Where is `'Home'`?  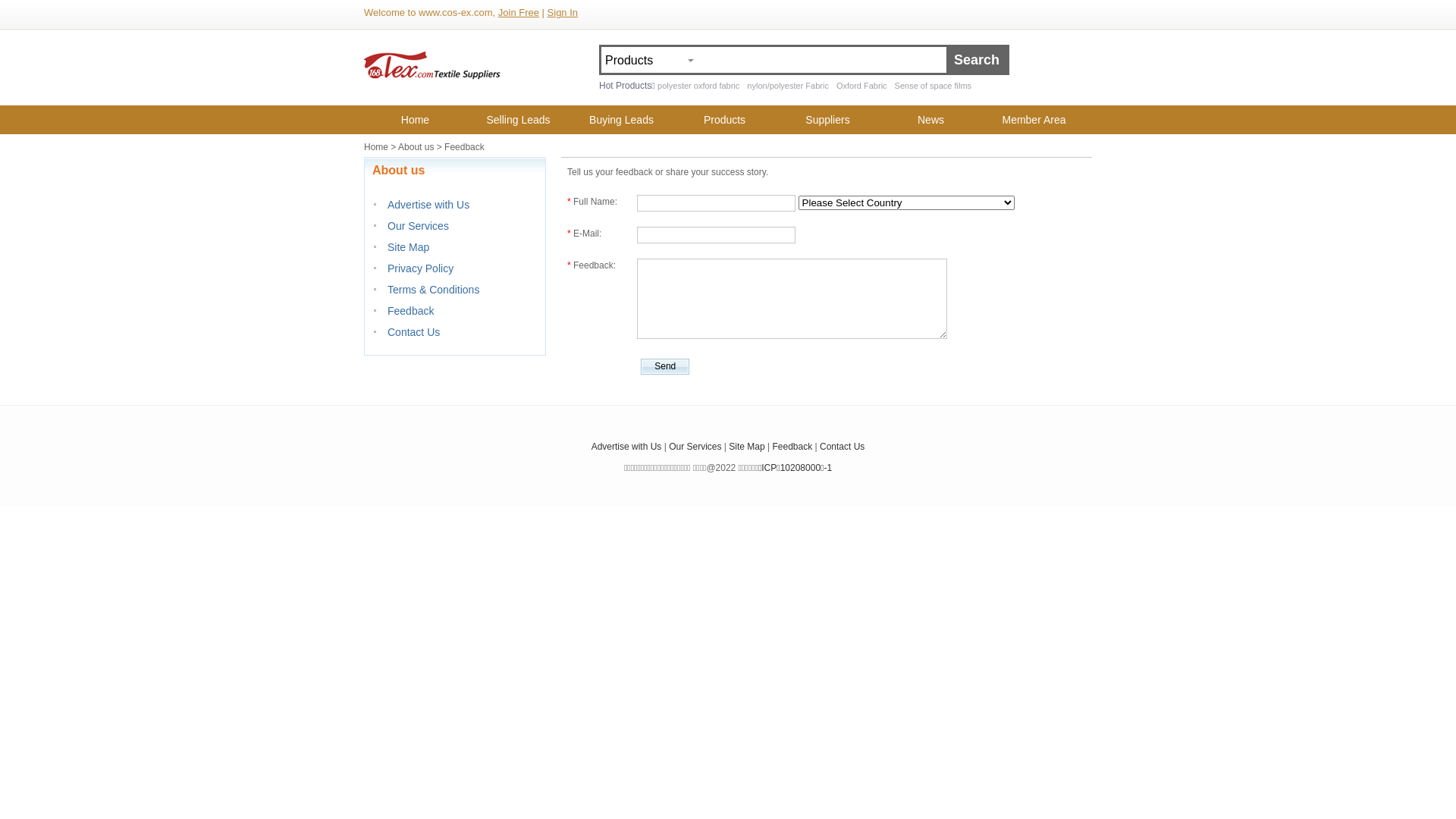
'Home' is located at coordinates (375, 146).